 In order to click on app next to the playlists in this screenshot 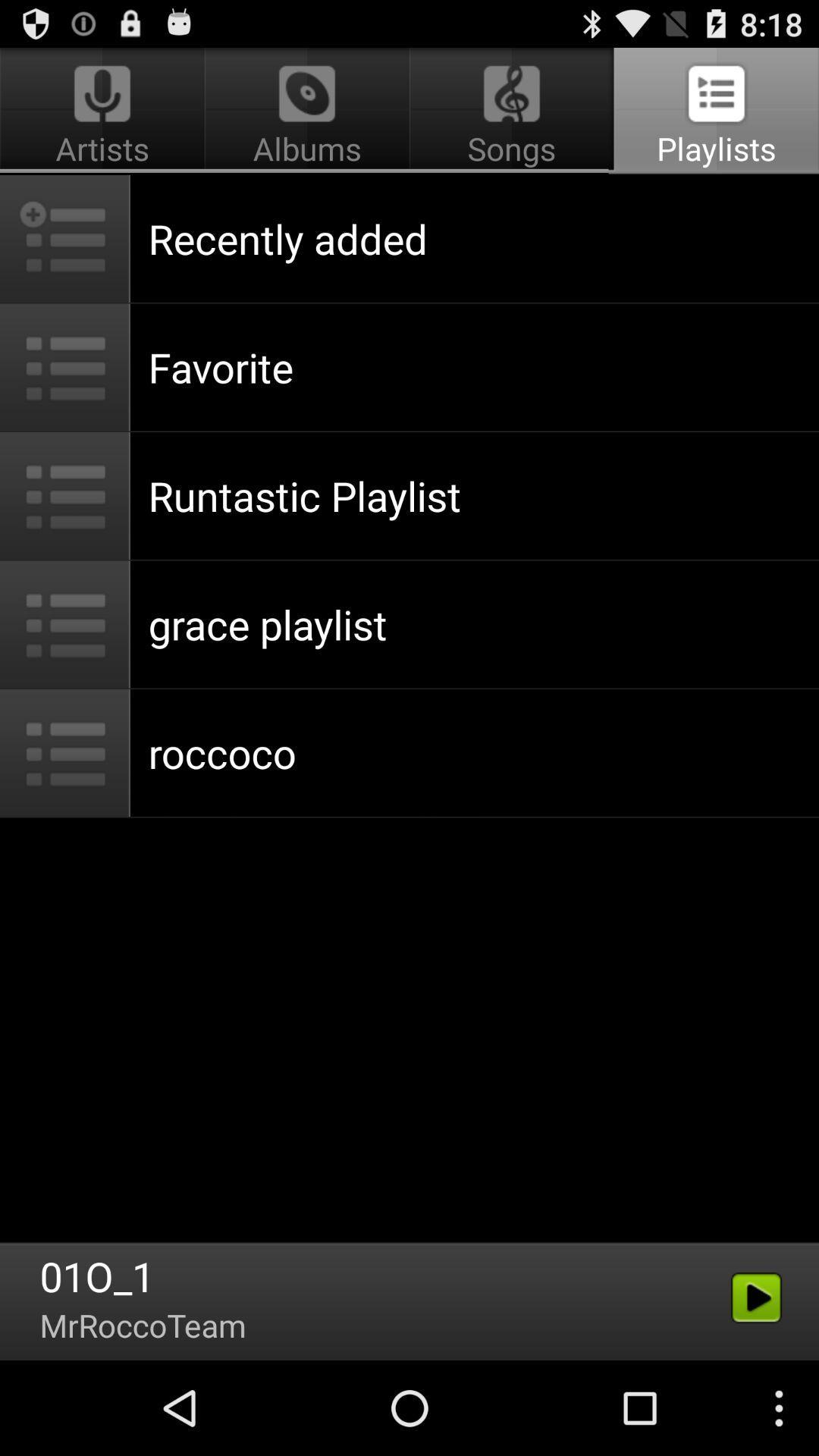, I will do `click(307, 111)`.